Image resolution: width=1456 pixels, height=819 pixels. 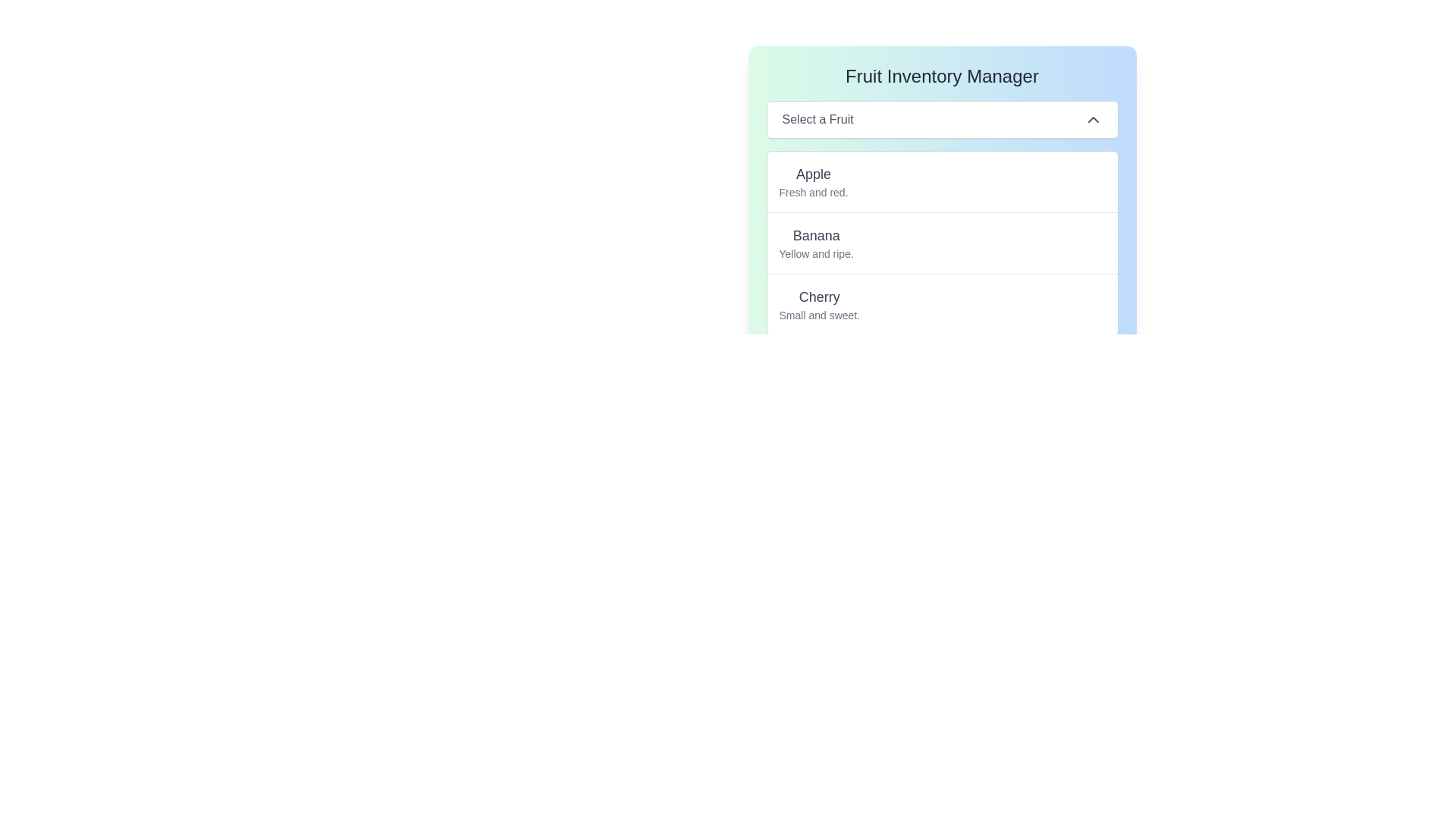 I want to click on the 'Cherry' text label, which serves as the title for the fruit item in the inventory, to associate it with its related description, so click(x=818, y=297).